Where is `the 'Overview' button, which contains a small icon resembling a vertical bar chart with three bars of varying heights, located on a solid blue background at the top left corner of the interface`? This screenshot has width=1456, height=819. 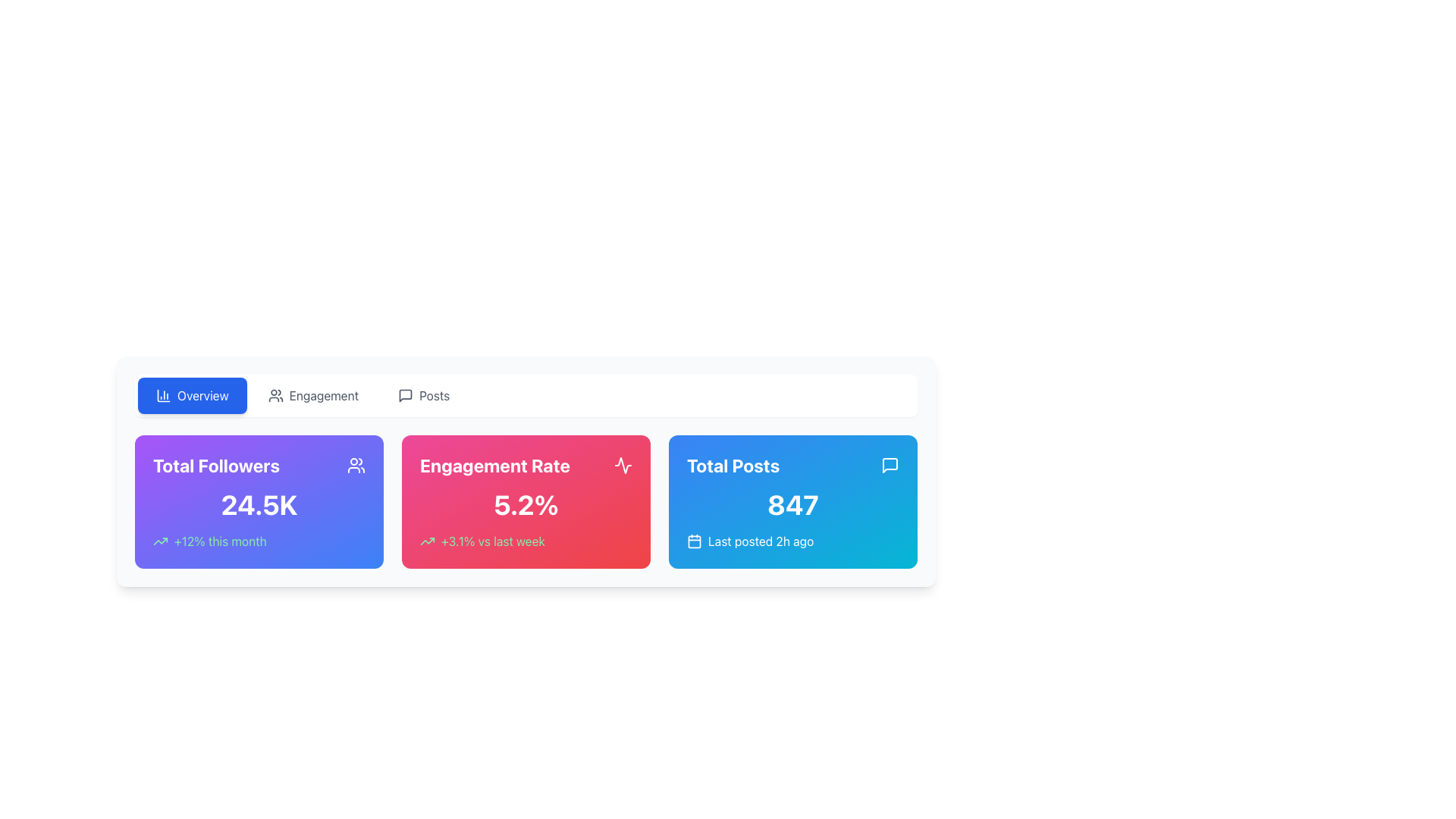
the 'Overview' button, which contains a small icon resembling a vertical bar chart with three bars of varying heights, located on a solid blue background at the top left corner of the interface is located at coordinates (164, 394).